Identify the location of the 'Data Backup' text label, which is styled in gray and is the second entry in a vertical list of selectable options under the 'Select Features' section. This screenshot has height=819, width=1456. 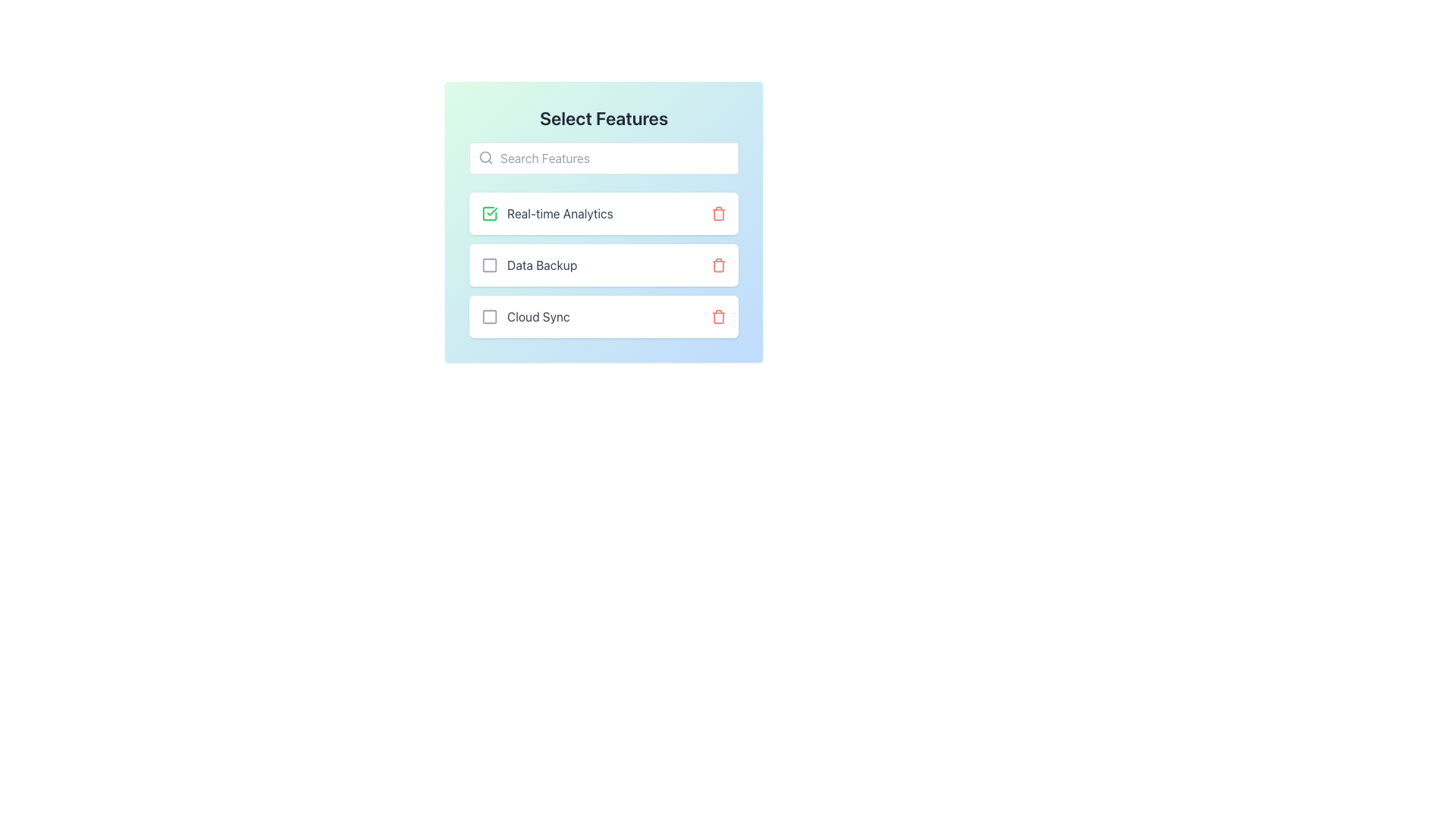
(542, 265).